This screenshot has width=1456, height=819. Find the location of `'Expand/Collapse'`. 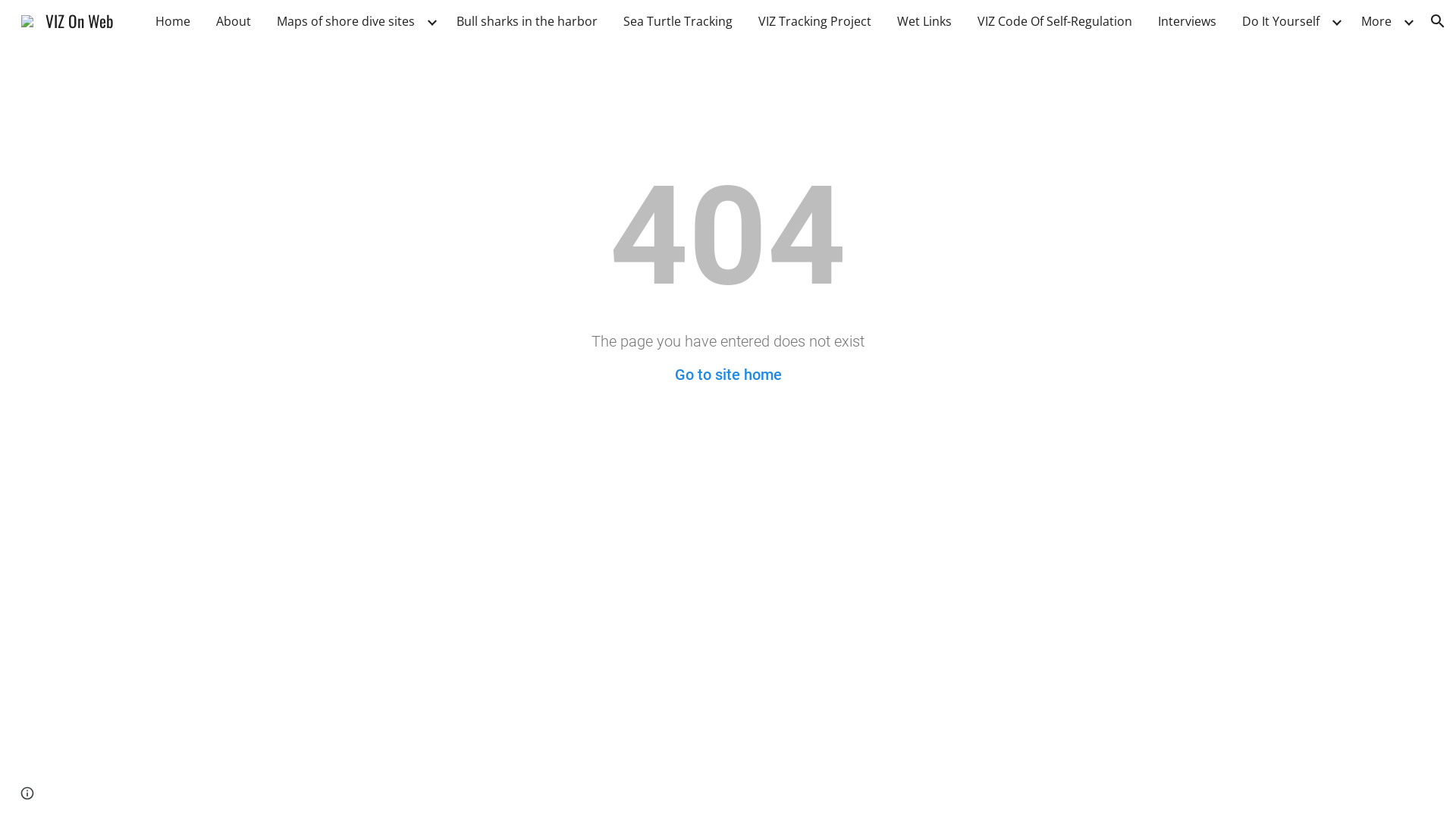

'Expand/Collapse' is located at coordinates (1407, 20).